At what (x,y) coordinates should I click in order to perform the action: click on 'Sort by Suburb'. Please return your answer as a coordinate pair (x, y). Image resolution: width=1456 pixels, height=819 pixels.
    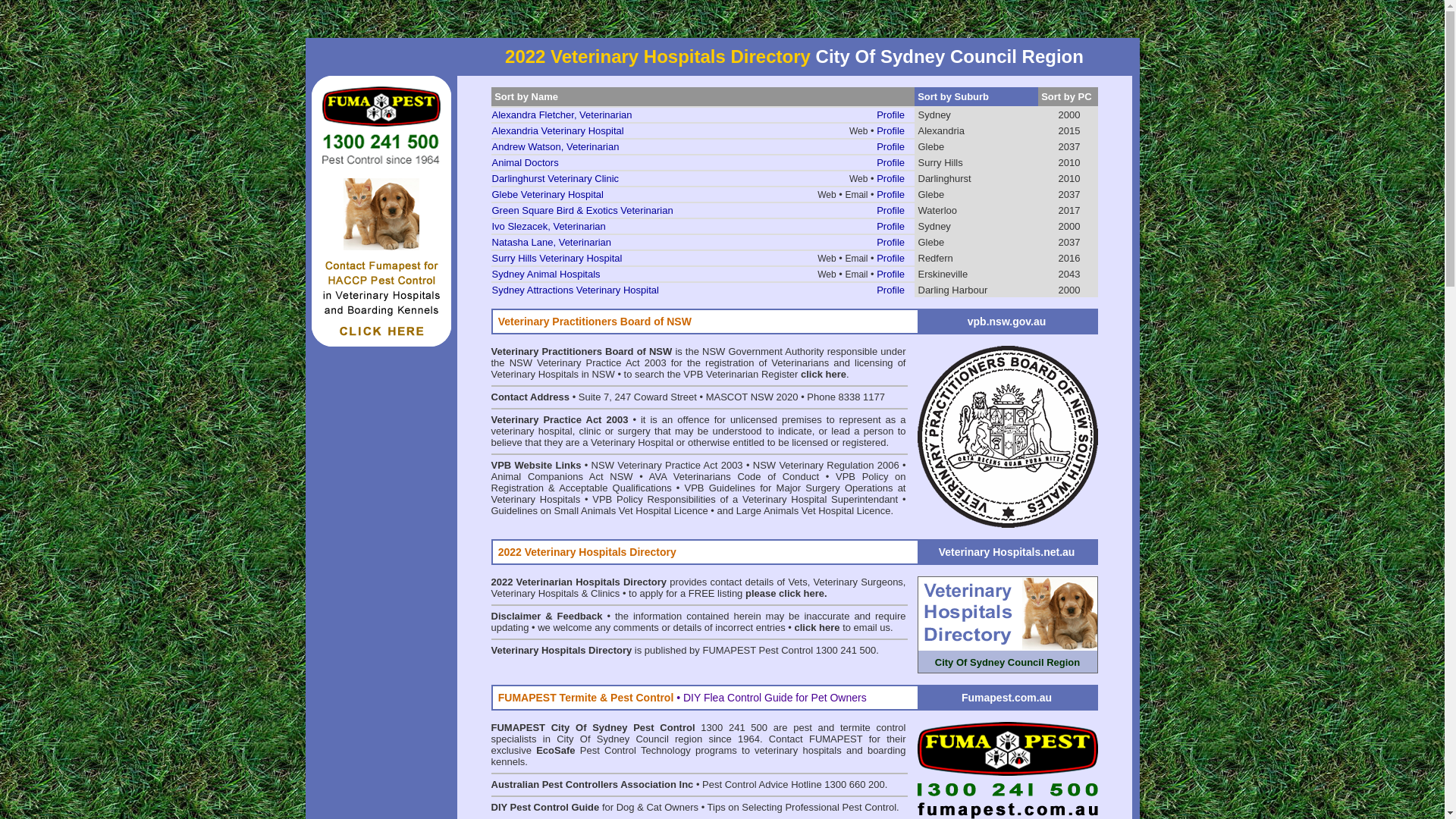
    Looking at the image, I should click on (952, 96).